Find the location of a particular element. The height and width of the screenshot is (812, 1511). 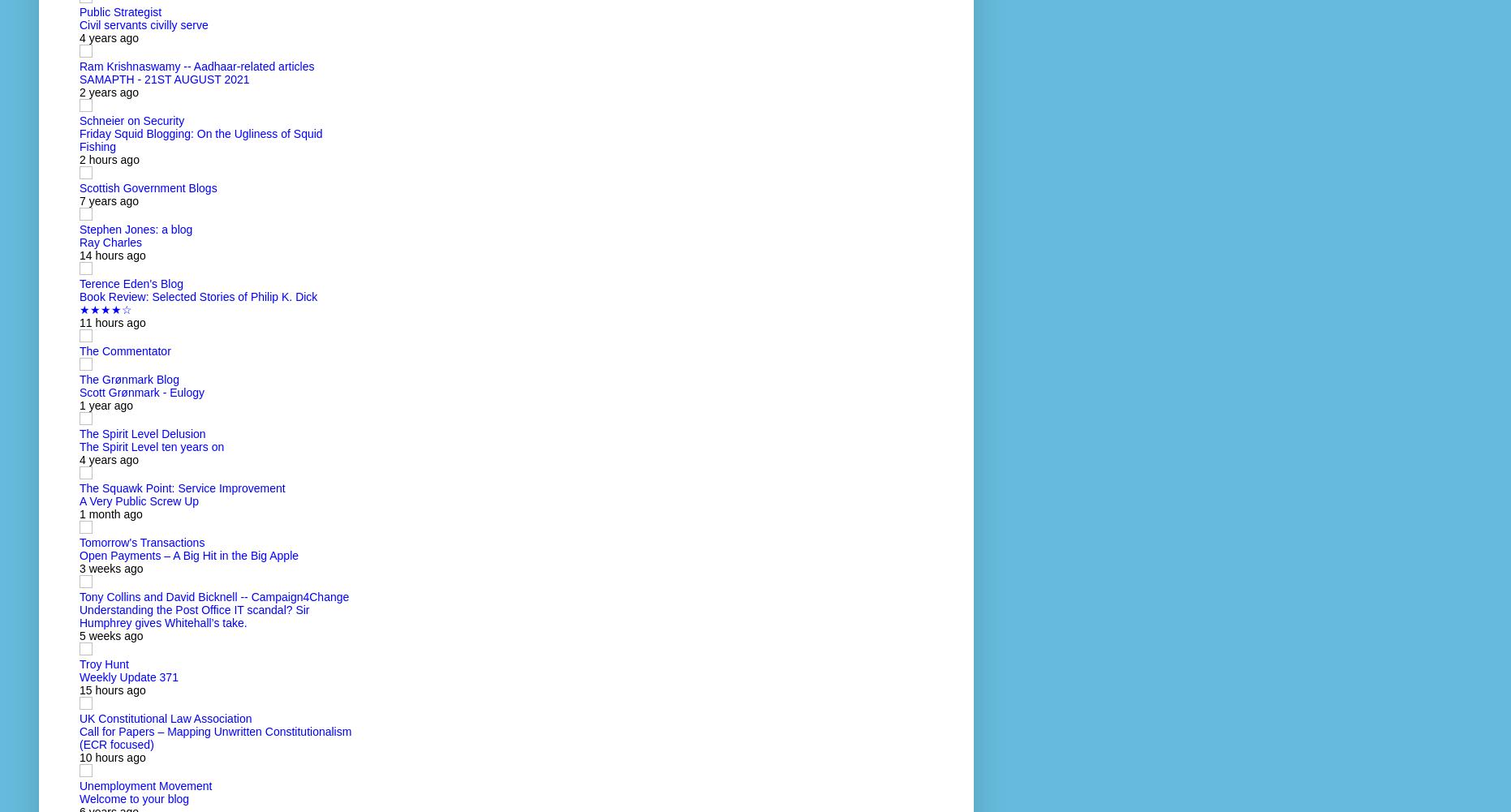

'11 hours ago' is located at coordinates (111, 321).